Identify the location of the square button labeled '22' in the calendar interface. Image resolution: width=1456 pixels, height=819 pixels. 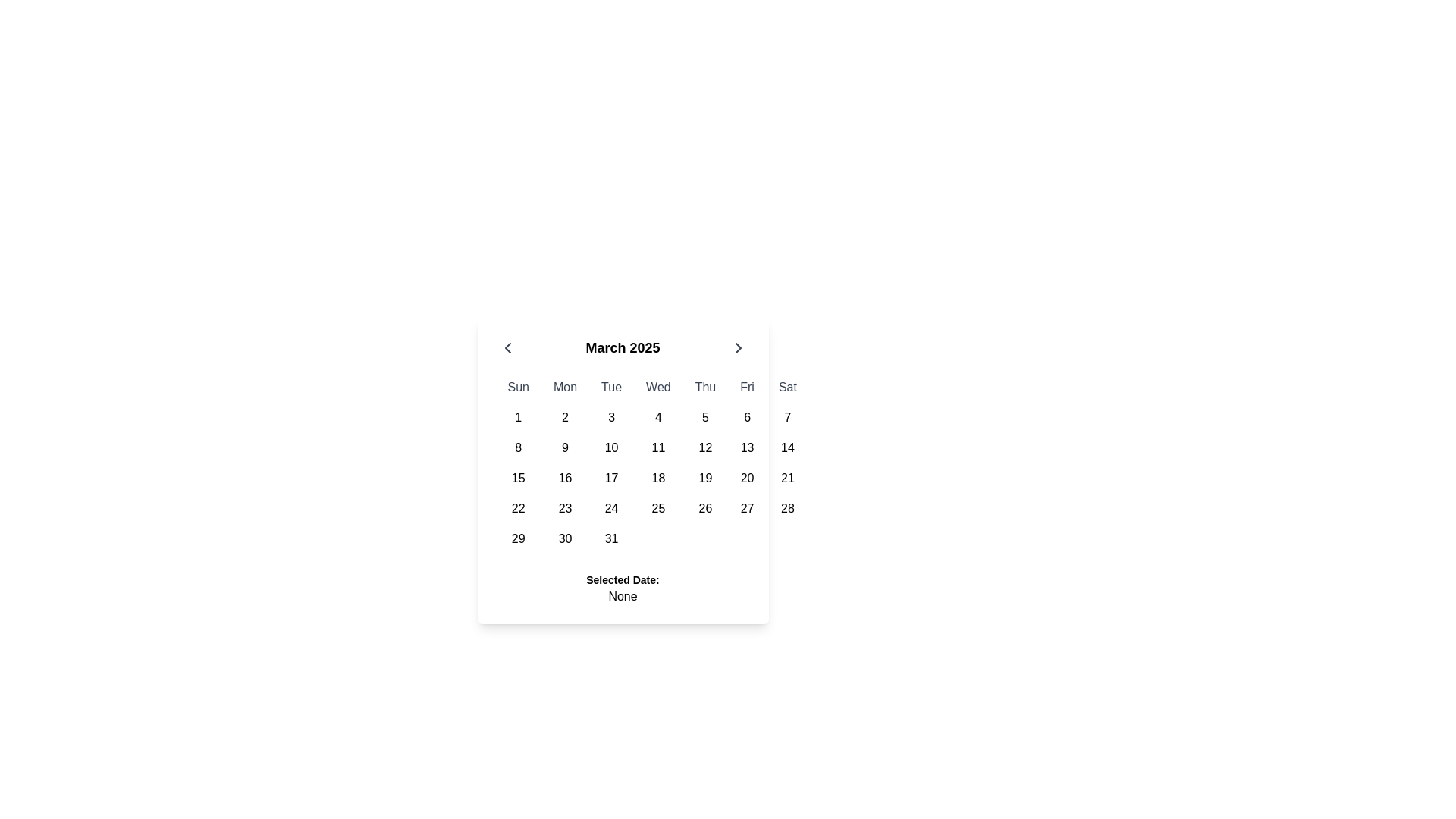
(518, 509).